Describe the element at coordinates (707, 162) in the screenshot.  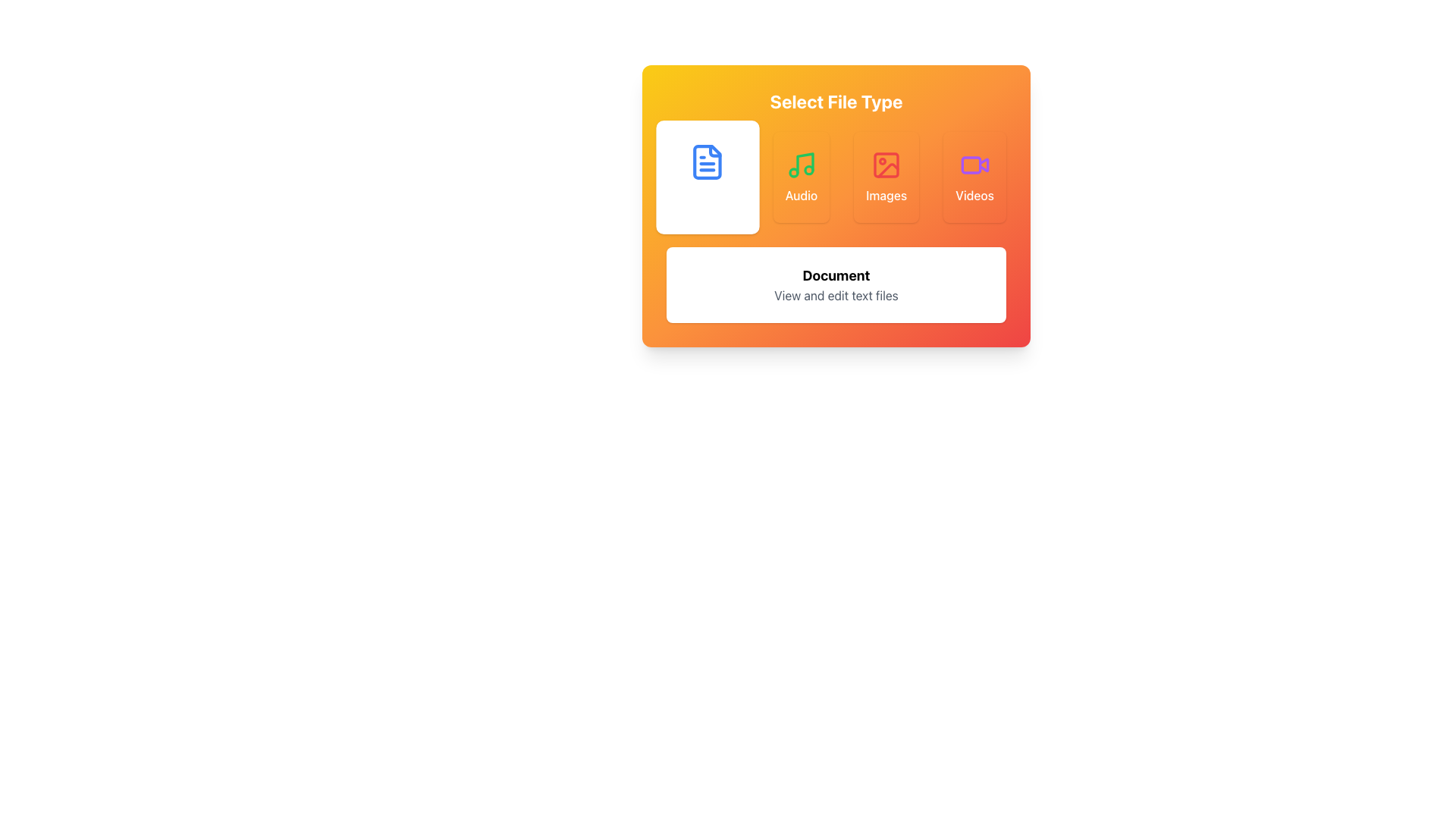
I see `the 'Document' file type icon, which is the first icon from the left in the top row of the file type selection section` at that location.